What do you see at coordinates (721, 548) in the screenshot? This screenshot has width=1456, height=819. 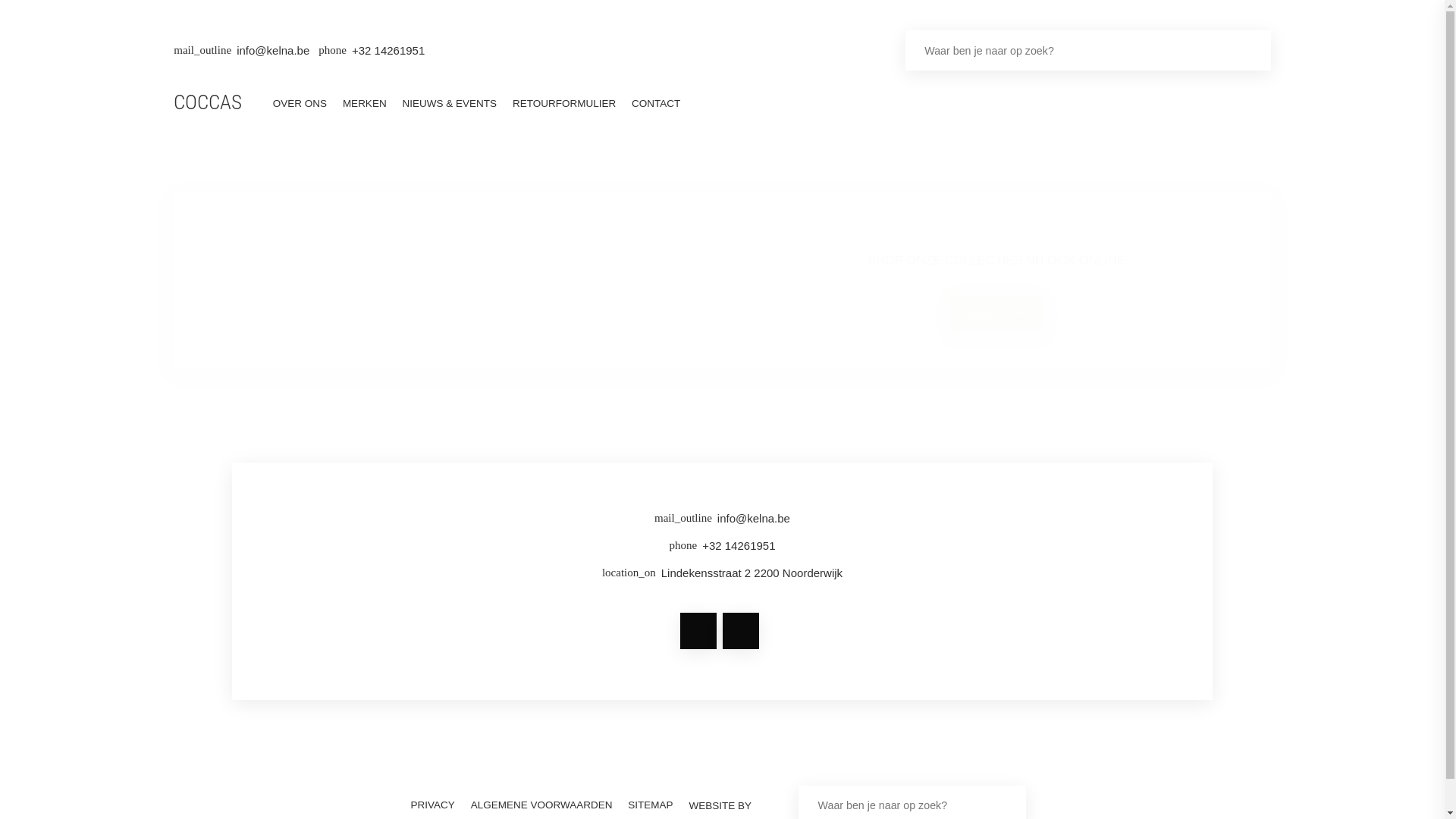 I see `'phone` at bounding box center [721, 548].